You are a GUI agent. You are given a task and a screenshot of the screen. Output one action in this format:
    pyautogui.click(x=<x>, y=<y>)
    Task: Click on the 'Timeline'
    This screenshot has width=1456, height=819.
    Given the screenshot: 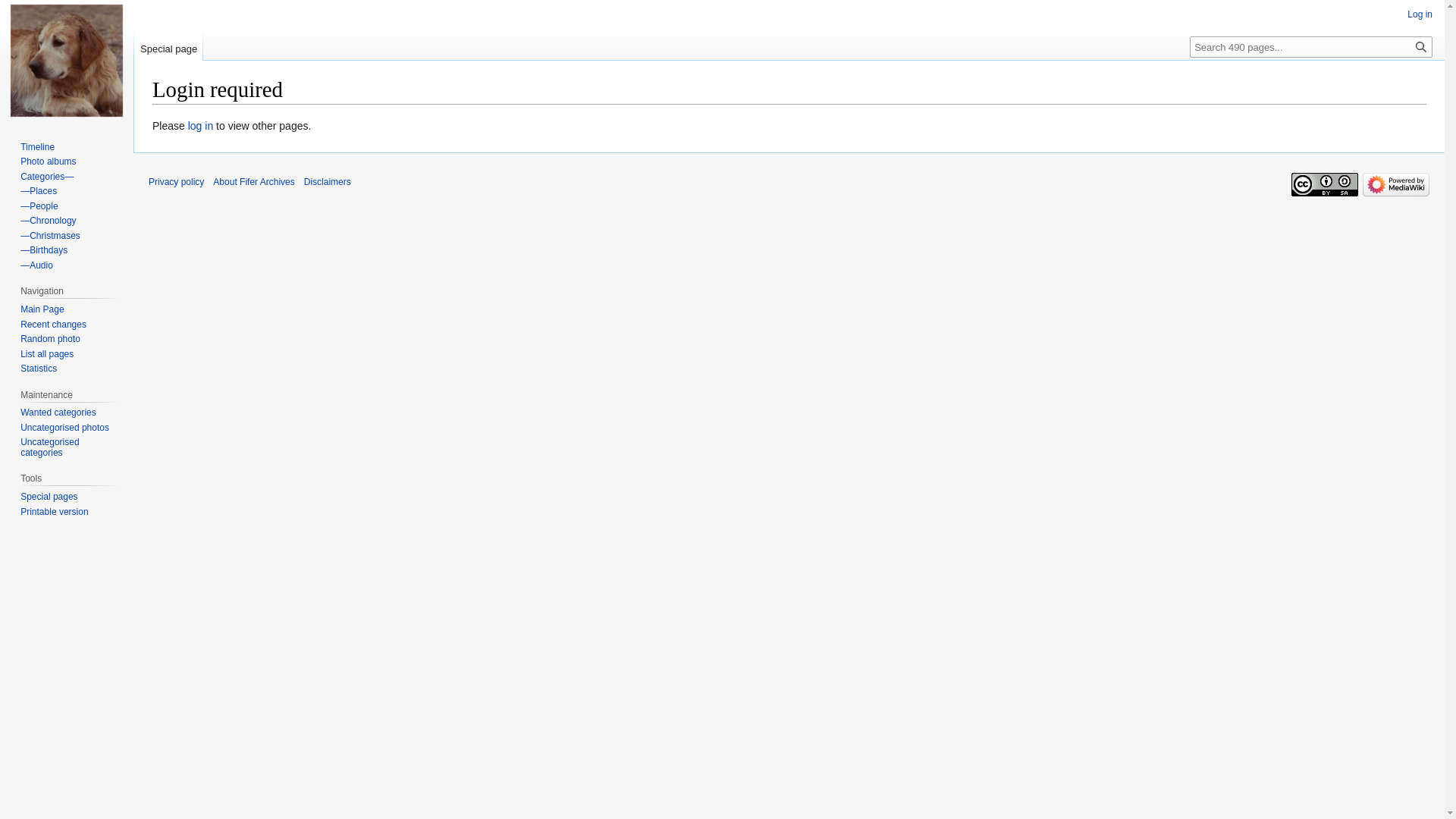 What is the action you would take?
    pyautogui.click(x=37, y=146)
    